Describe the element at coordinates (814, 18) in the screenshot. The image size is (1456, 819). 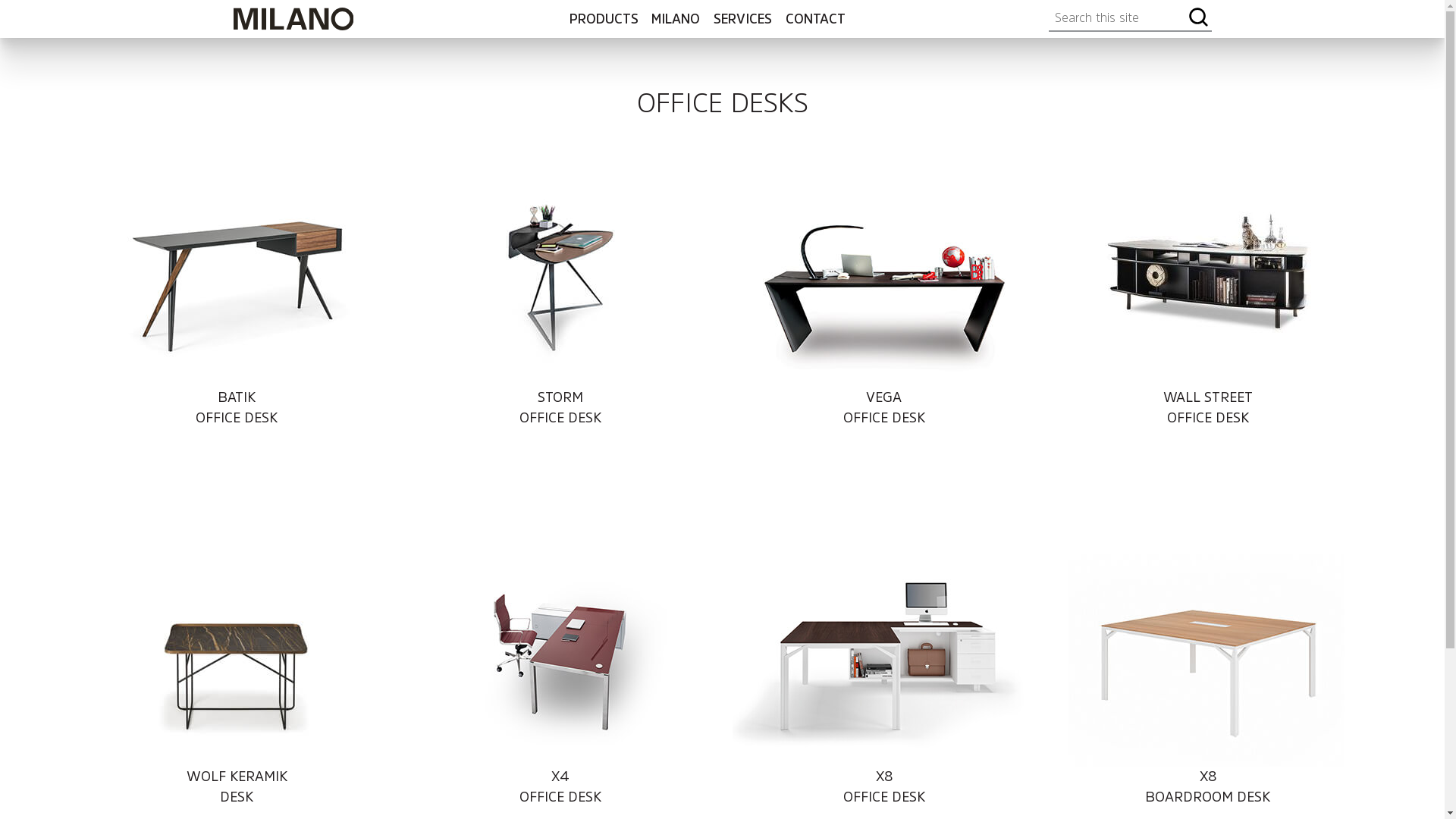
I see `'CONTACT'` at that location.